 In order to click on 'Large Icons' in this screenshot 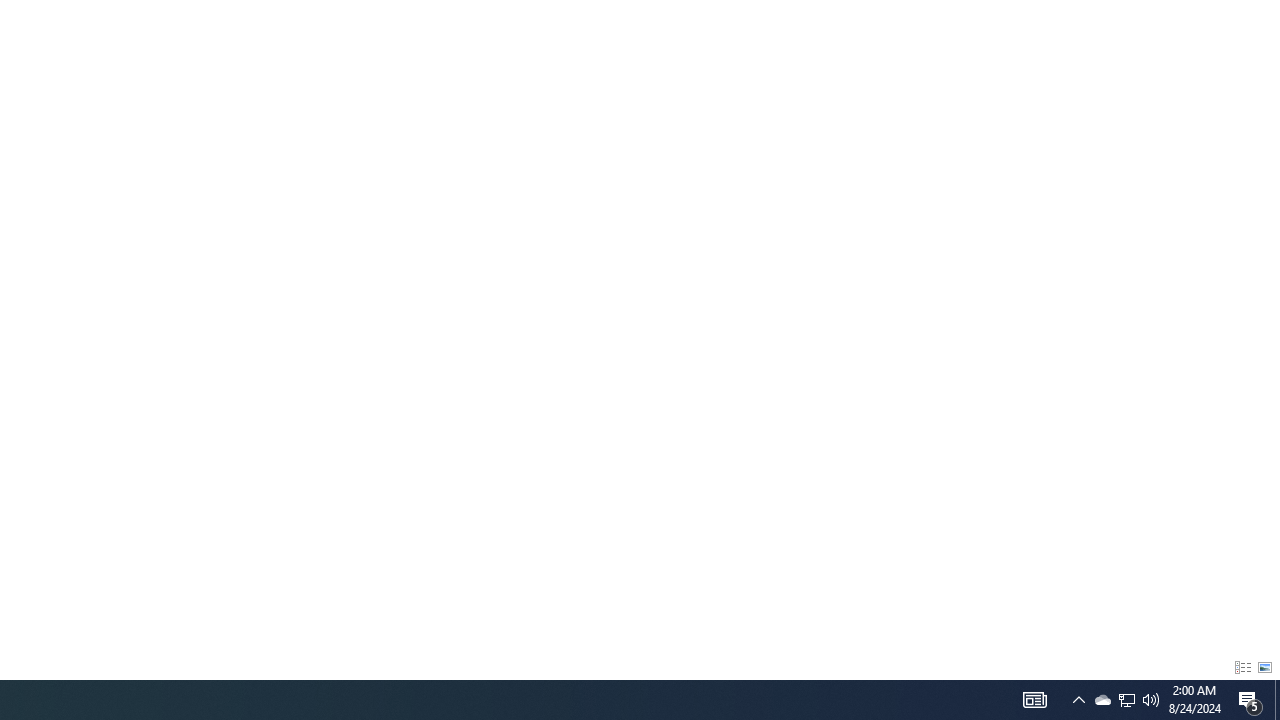, I will do `click(1264, 668)`.